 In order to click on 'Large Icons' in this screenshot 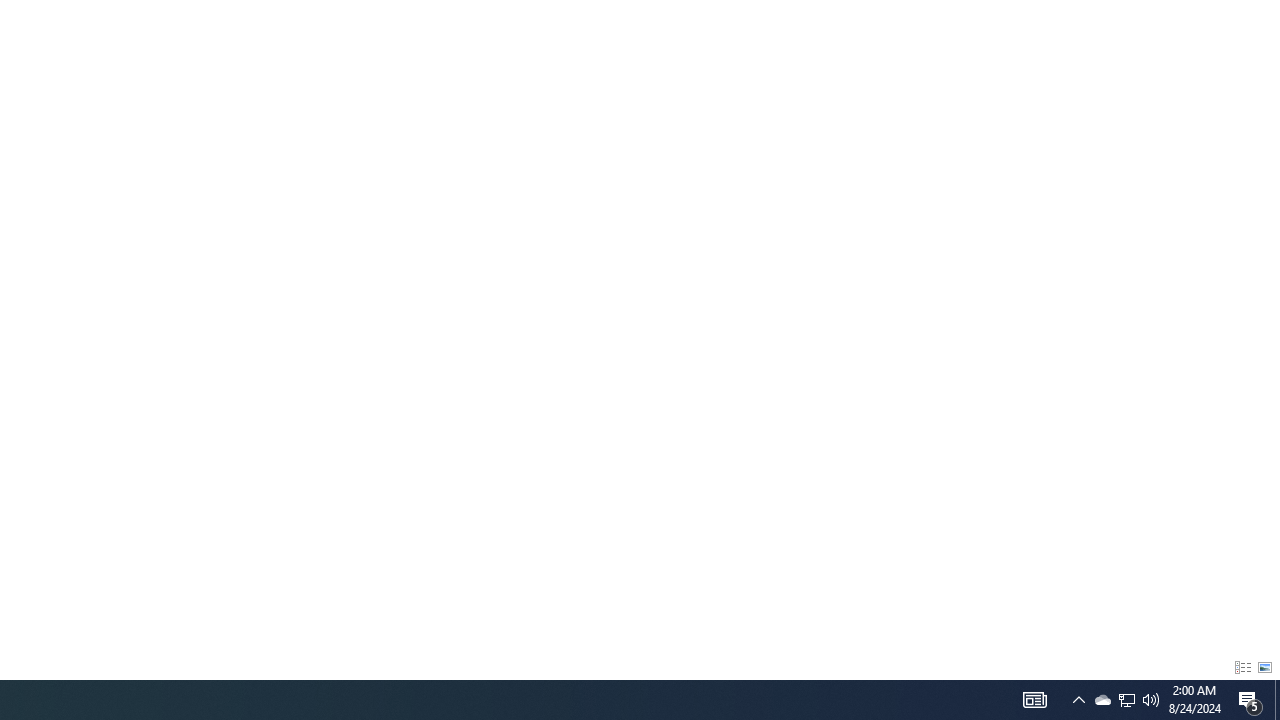, I will do `click(1264, 668)`.